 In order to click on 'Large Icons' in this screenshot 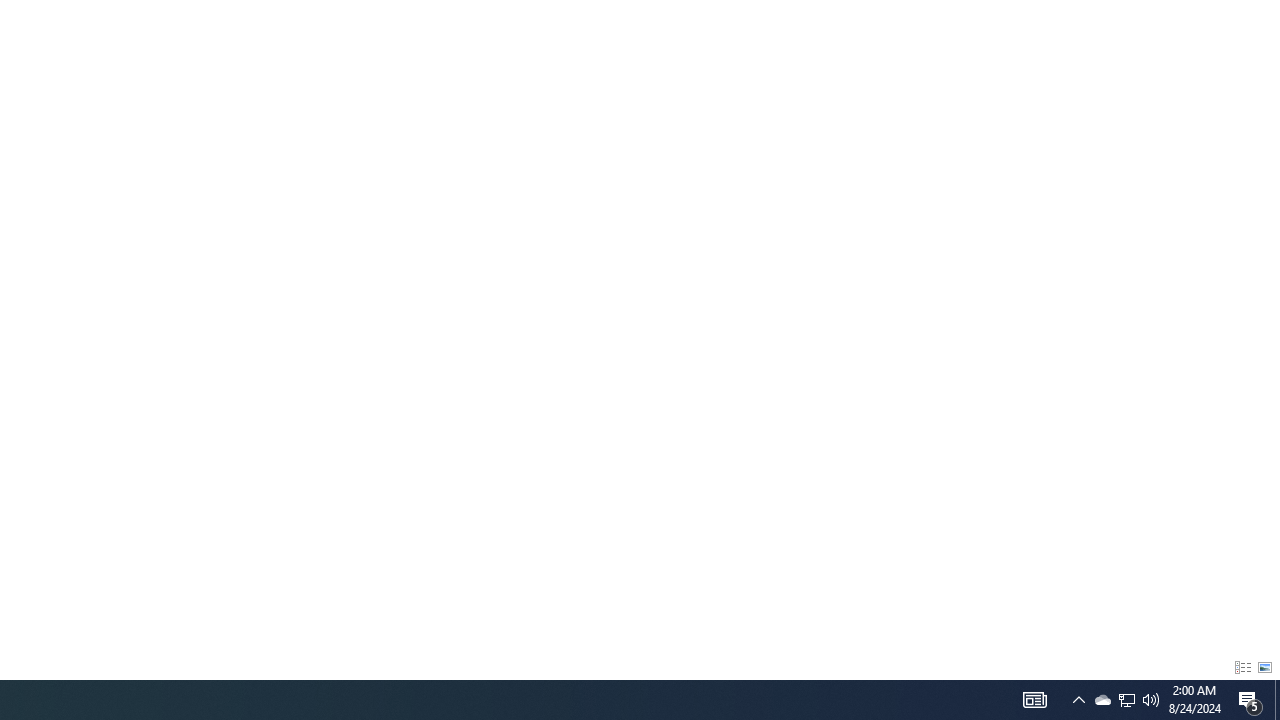, I will do `click(1264, 668)`.